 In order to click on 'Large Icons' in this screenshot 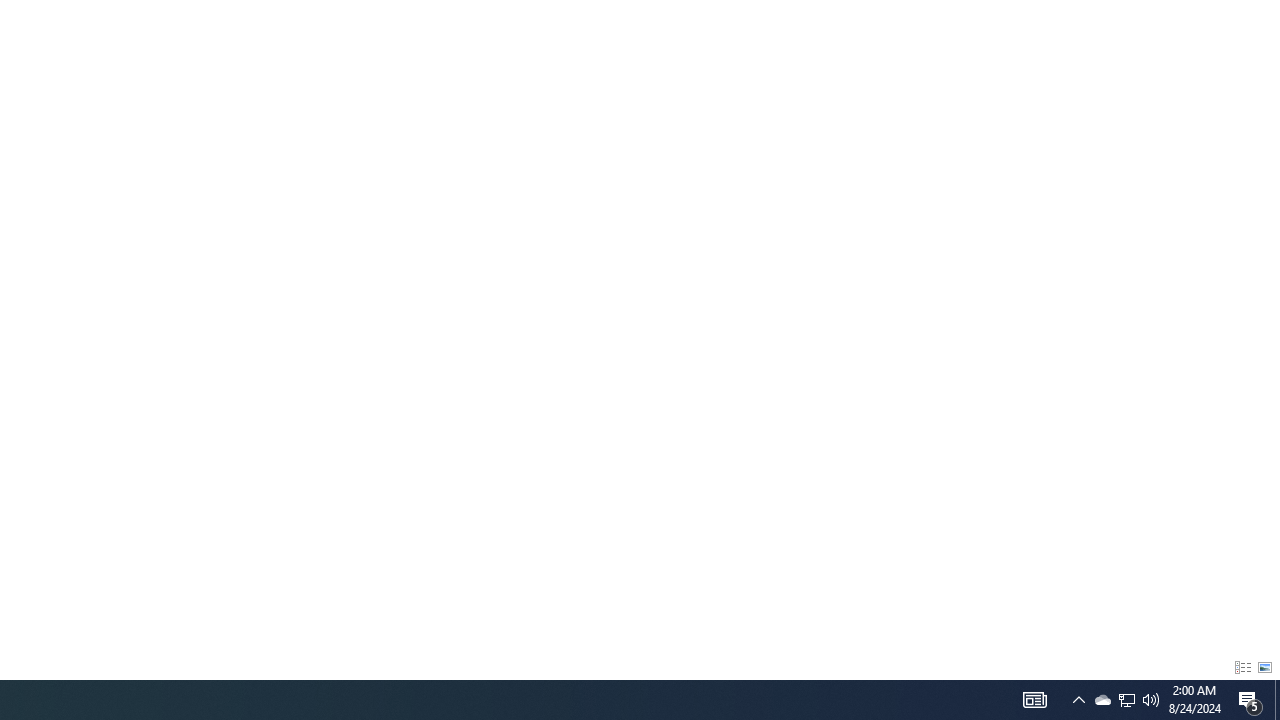, I will do `click(1264, 668)`.